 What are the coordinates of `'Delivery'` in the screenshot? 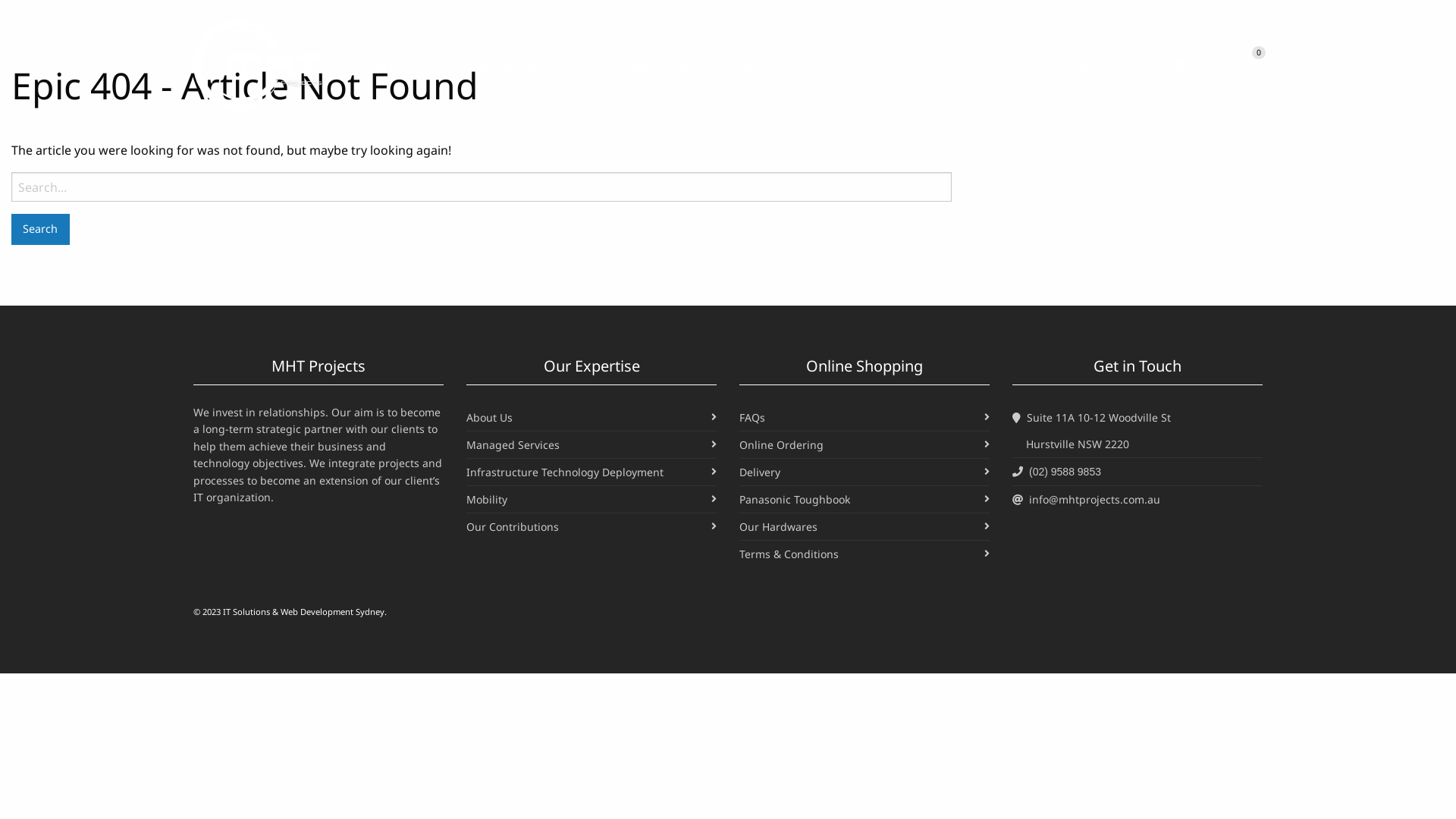 It's located at (760, 471).